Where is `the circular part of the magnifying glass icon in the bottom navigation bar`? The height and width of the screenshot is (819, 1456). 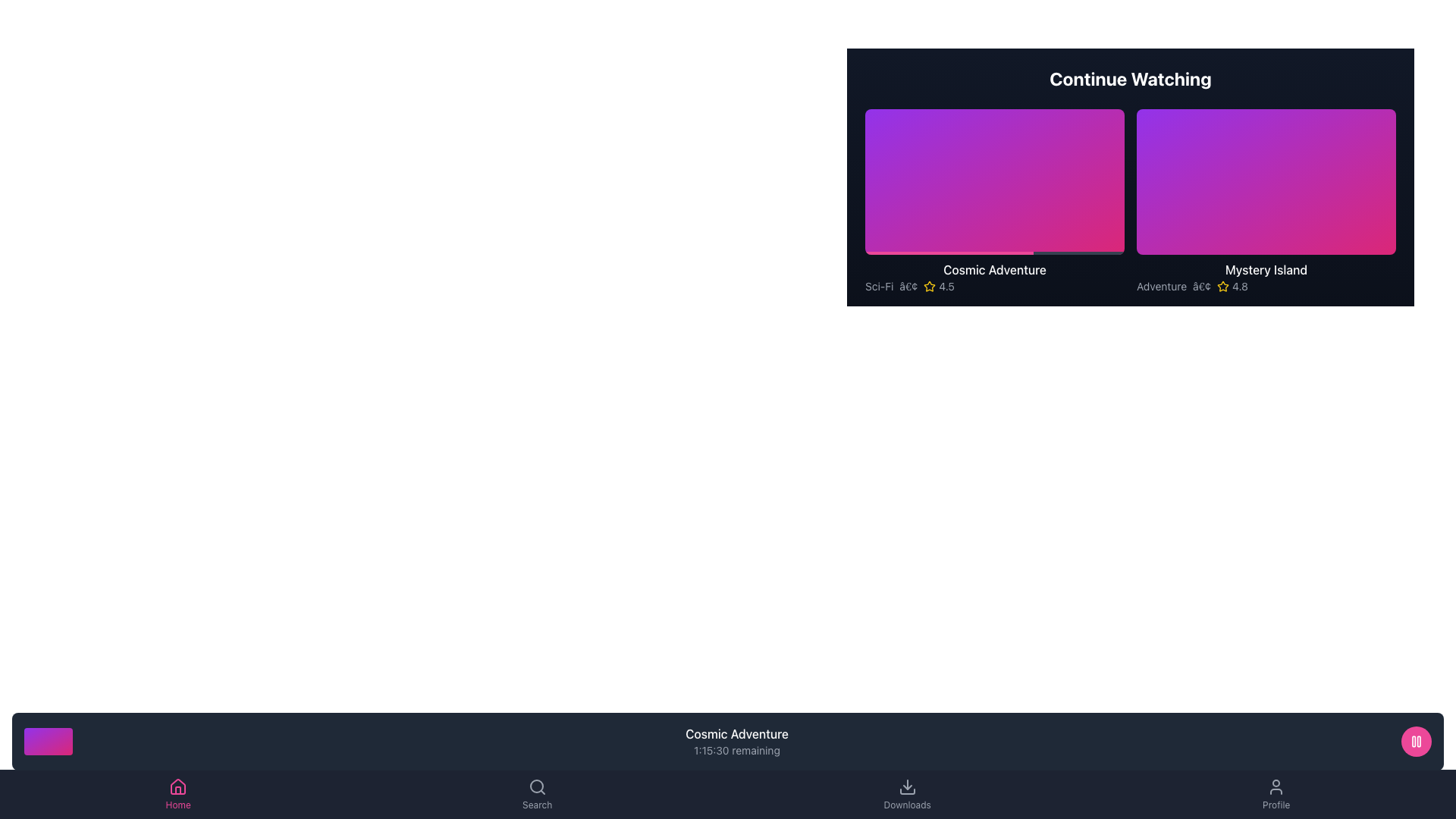
the circular part of the magnifying glass icon in the bottom navigation bar is located at coordinates (536, 786).